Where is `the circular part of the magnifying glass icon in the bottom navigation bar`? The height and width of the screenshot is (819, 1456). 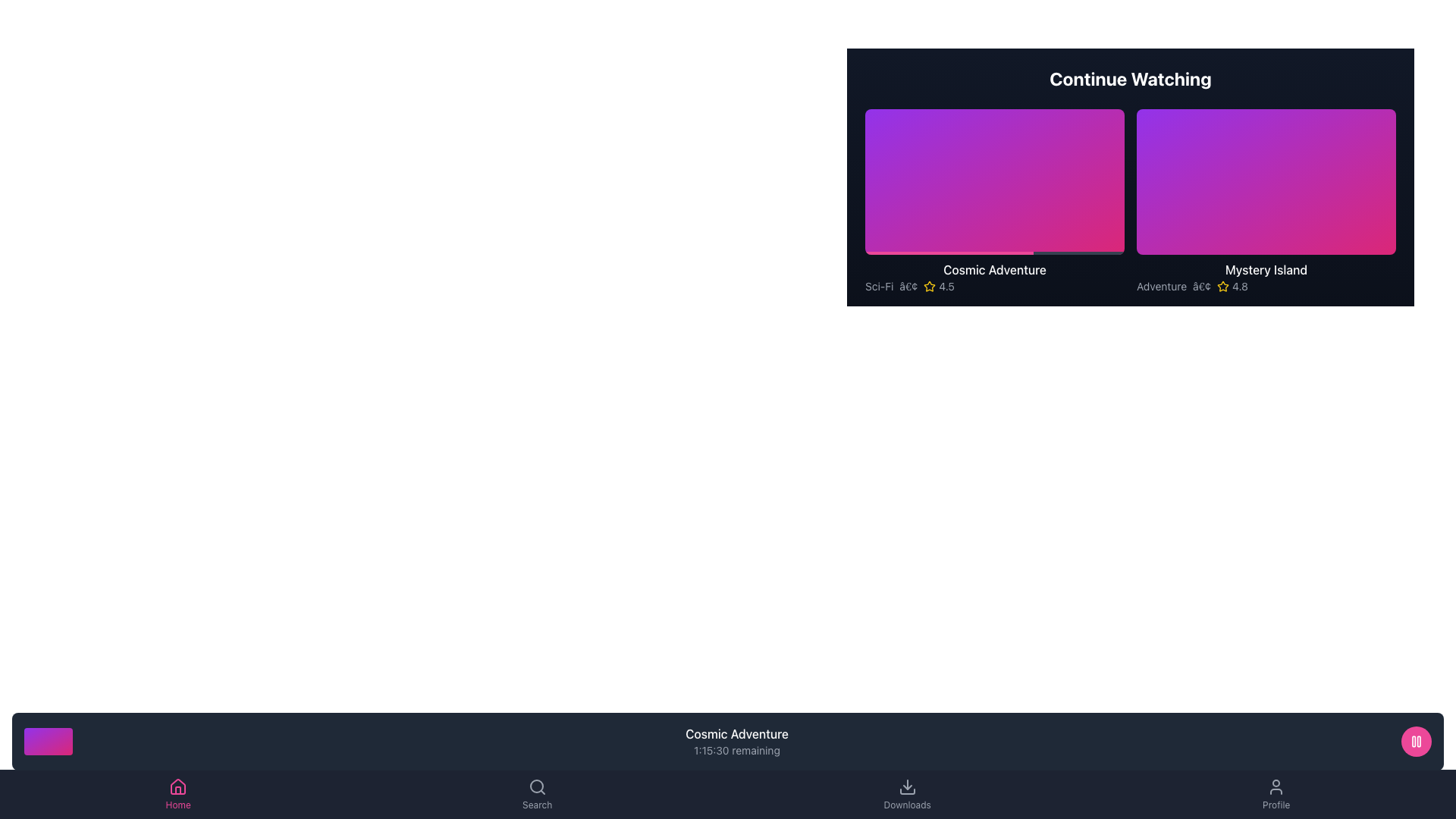
the circular part of the magnifying glass icon in the bottom navigation bar is located at coordinates (536, 786).